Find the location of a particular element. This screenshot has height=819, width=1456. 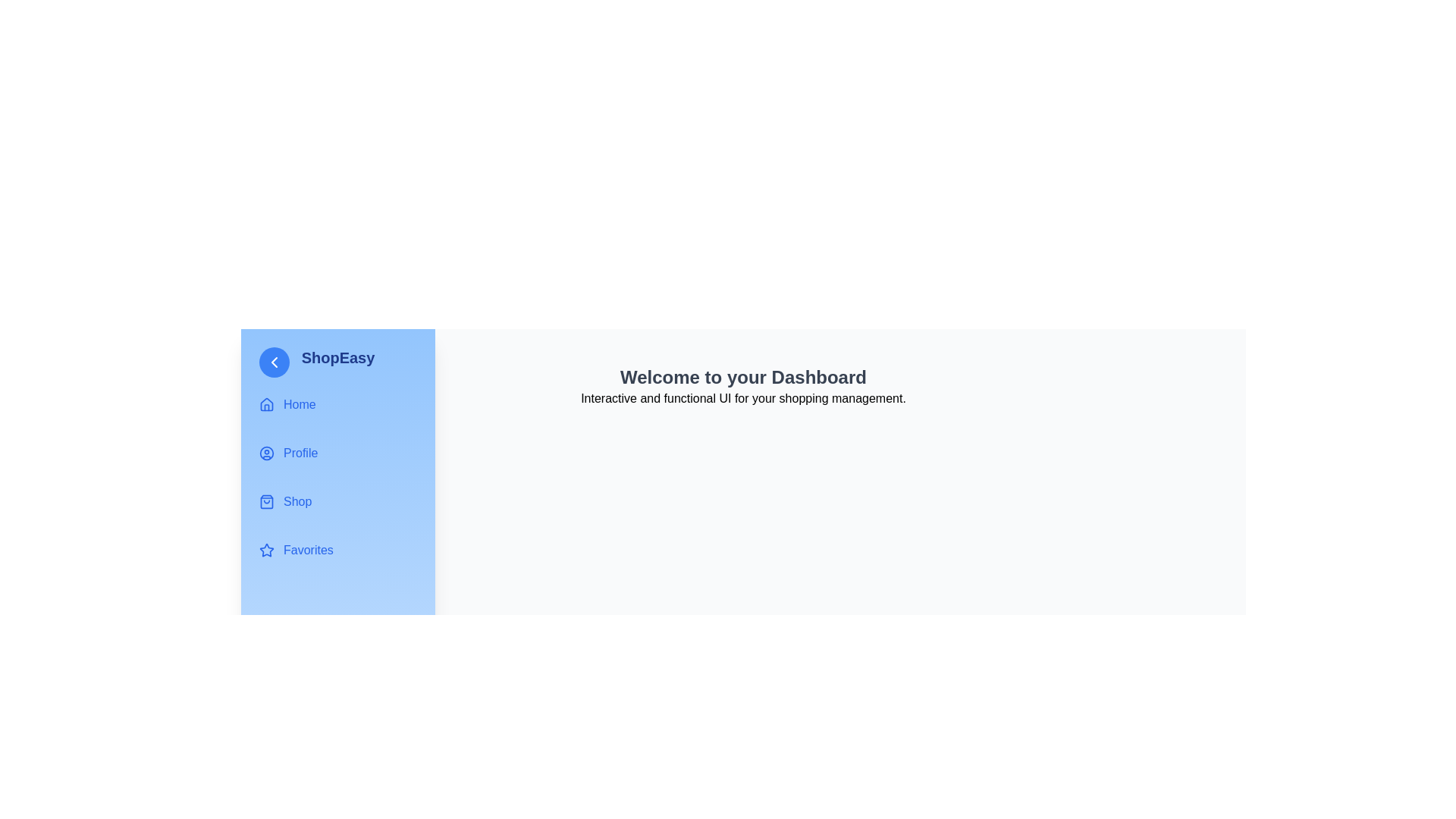

the star-shaped icon representing favorites in the 'Favorites' menu item, located to the left of the text label 'Favorites' is located at coordinates (266, 550).